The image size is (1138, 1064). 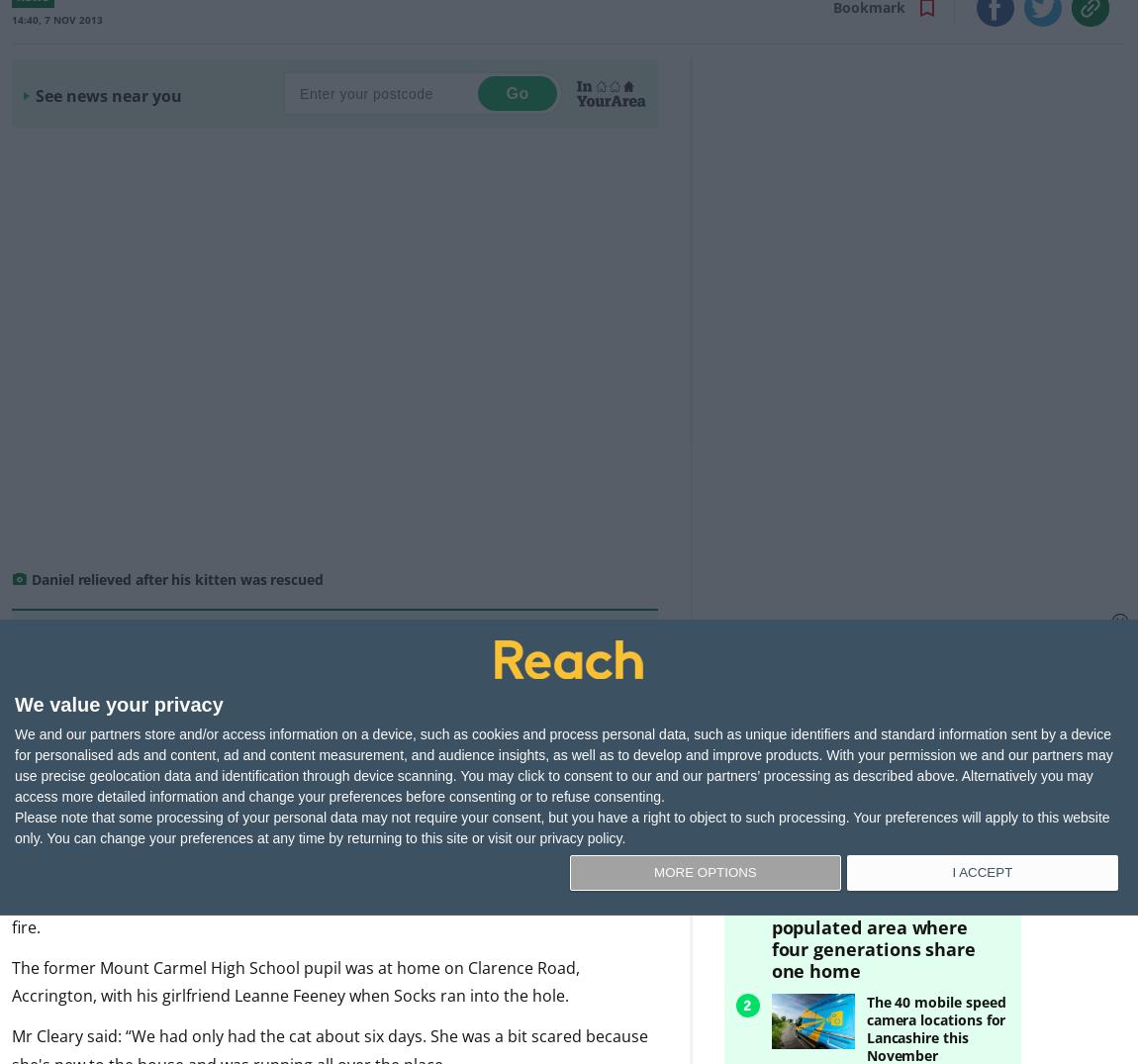 What do you see at coordinates (330, 1017) in the screenshot?
I see `'Mr Cleary said: “We had only had the cat about six days. She was a bit scared because she's new to the house and was running all over the place.'` at bounding box center [330, 1017].